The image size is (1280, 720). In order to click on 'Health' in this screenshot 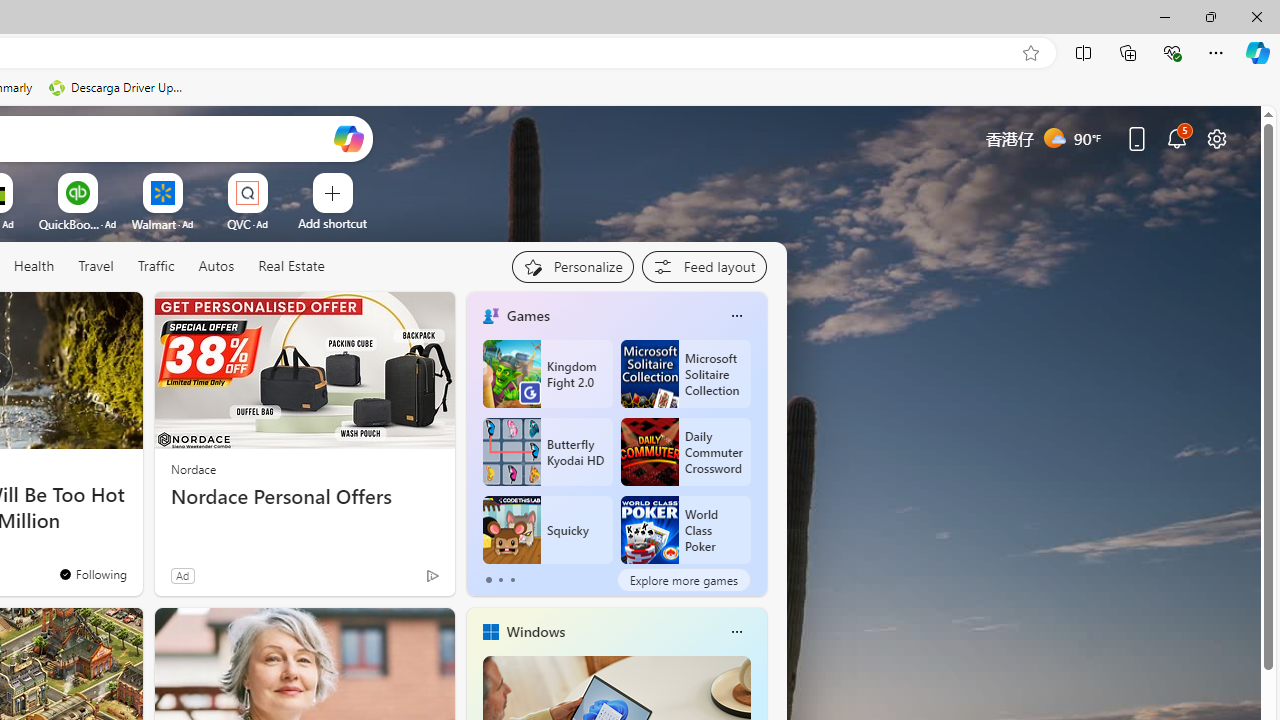, I will do `click(34, 265)`.